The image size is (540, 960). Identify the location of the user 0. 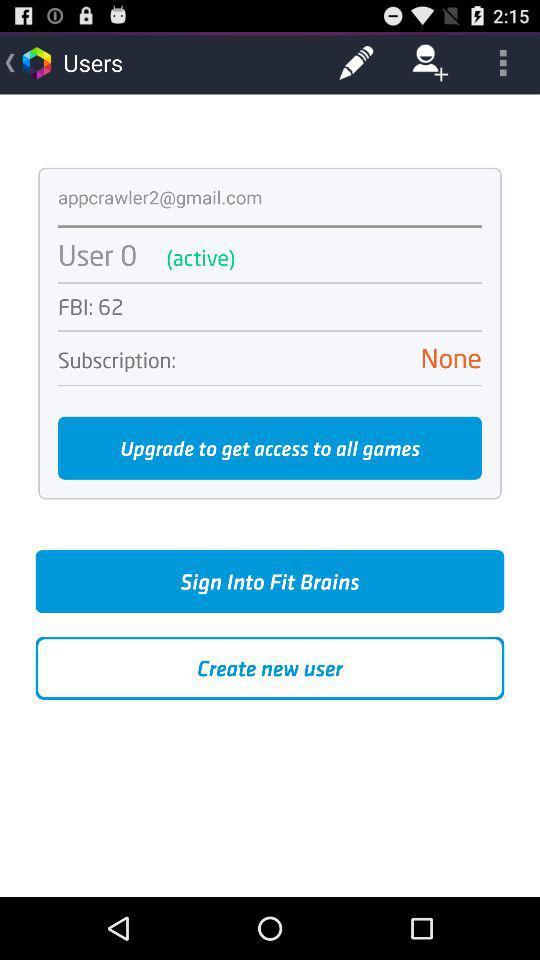
(96, 254).